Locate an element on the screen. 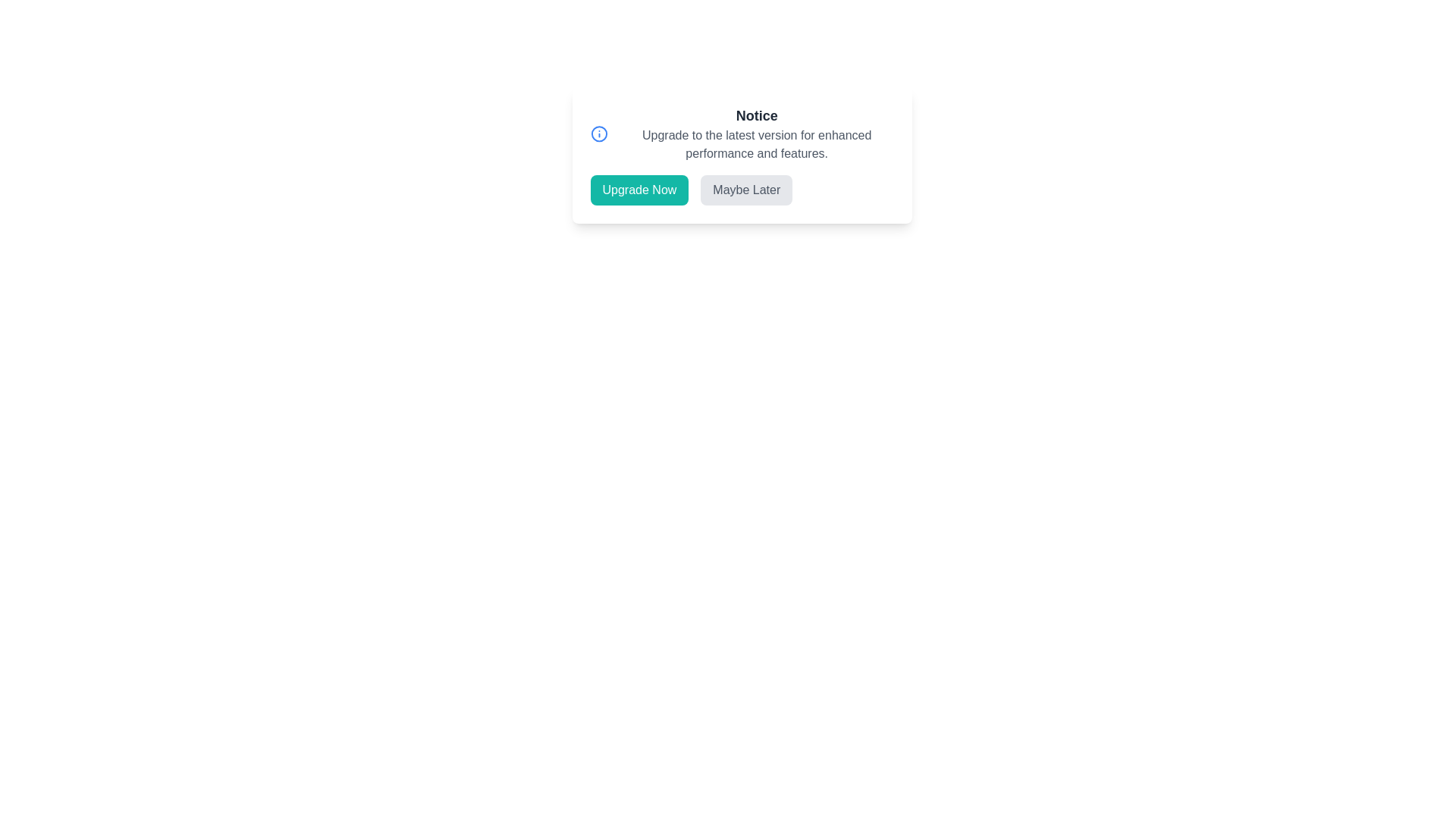 The height and width of the screenshot is (819, 1456). the informational text element located below the title 'Notice' and above the buttons 'Upgrade Now' and 'Maybe Later' is located at coordinates (757, 145).